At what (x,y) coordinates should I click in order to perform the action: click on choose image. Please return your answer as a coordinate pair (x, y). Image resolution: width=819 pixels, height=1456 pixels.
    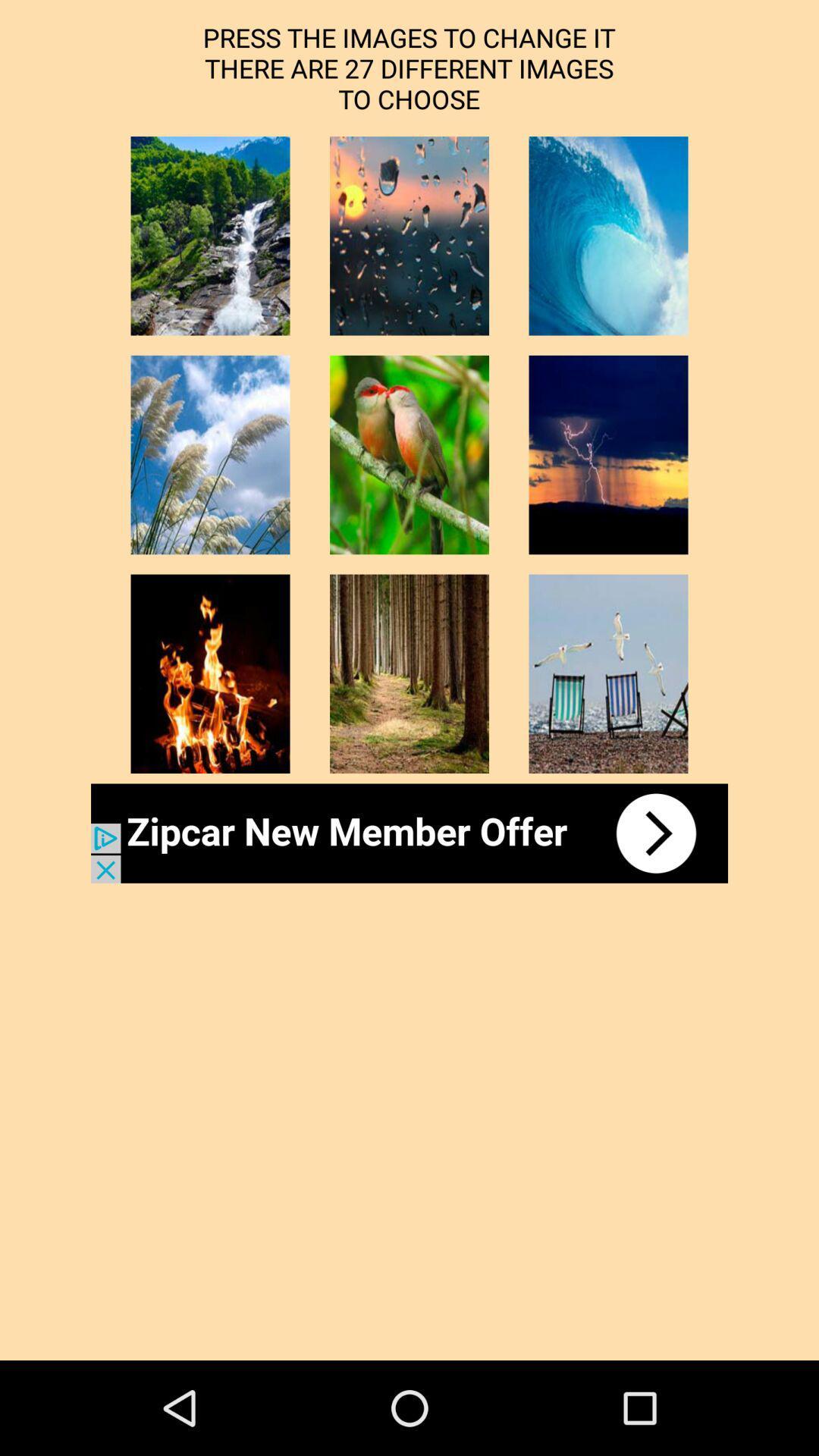
    Looking at the image, I should click on (409, 673).